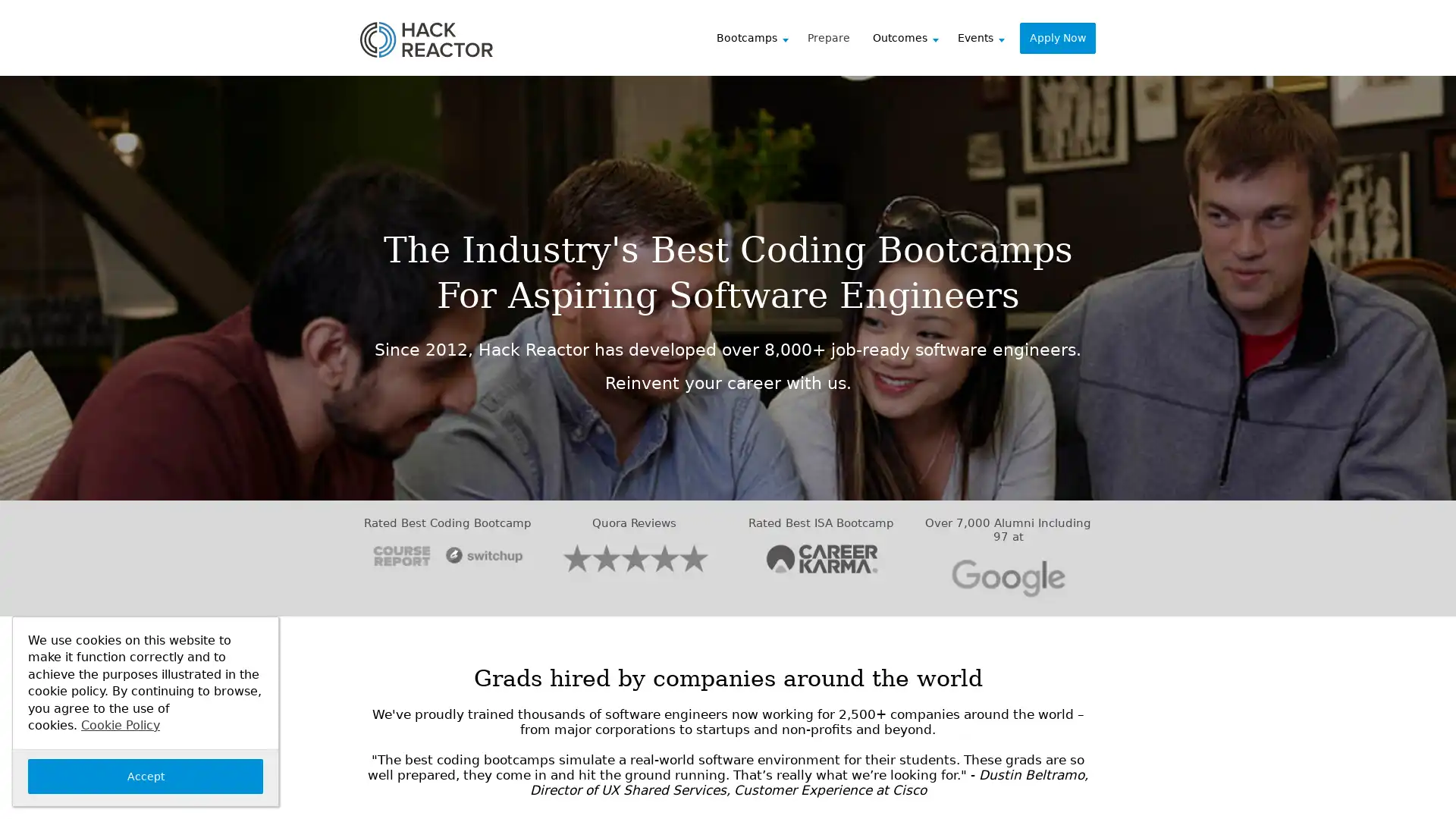  What do you see at coordinates (758, 37) in the screenshot?
I see `Bootcamps` at bounding box center [758, 37].